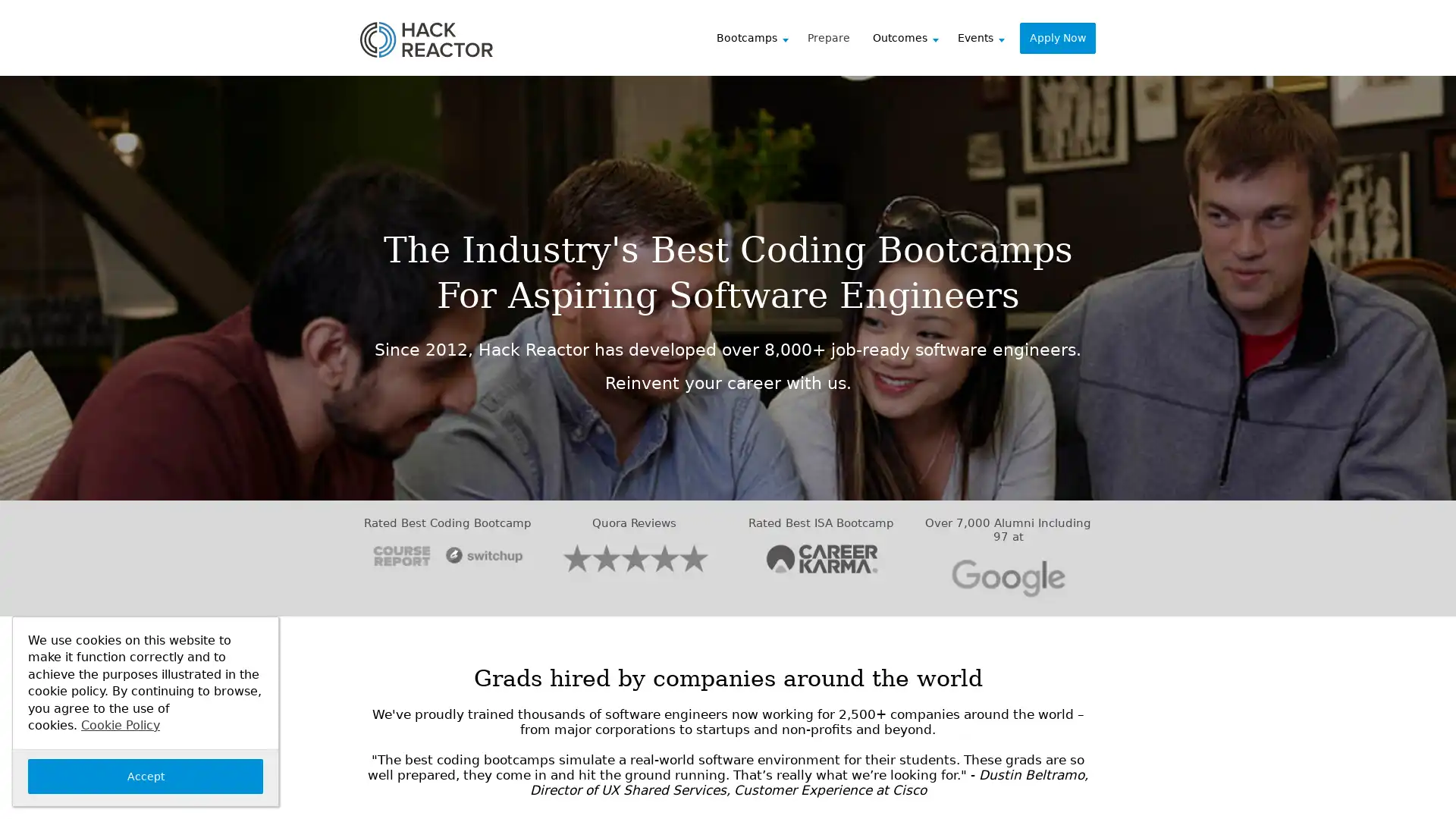  What do you see at coordinates (758, 37) in the screenshot?
I see `Bootcamps` at bounding box center [758, 37].